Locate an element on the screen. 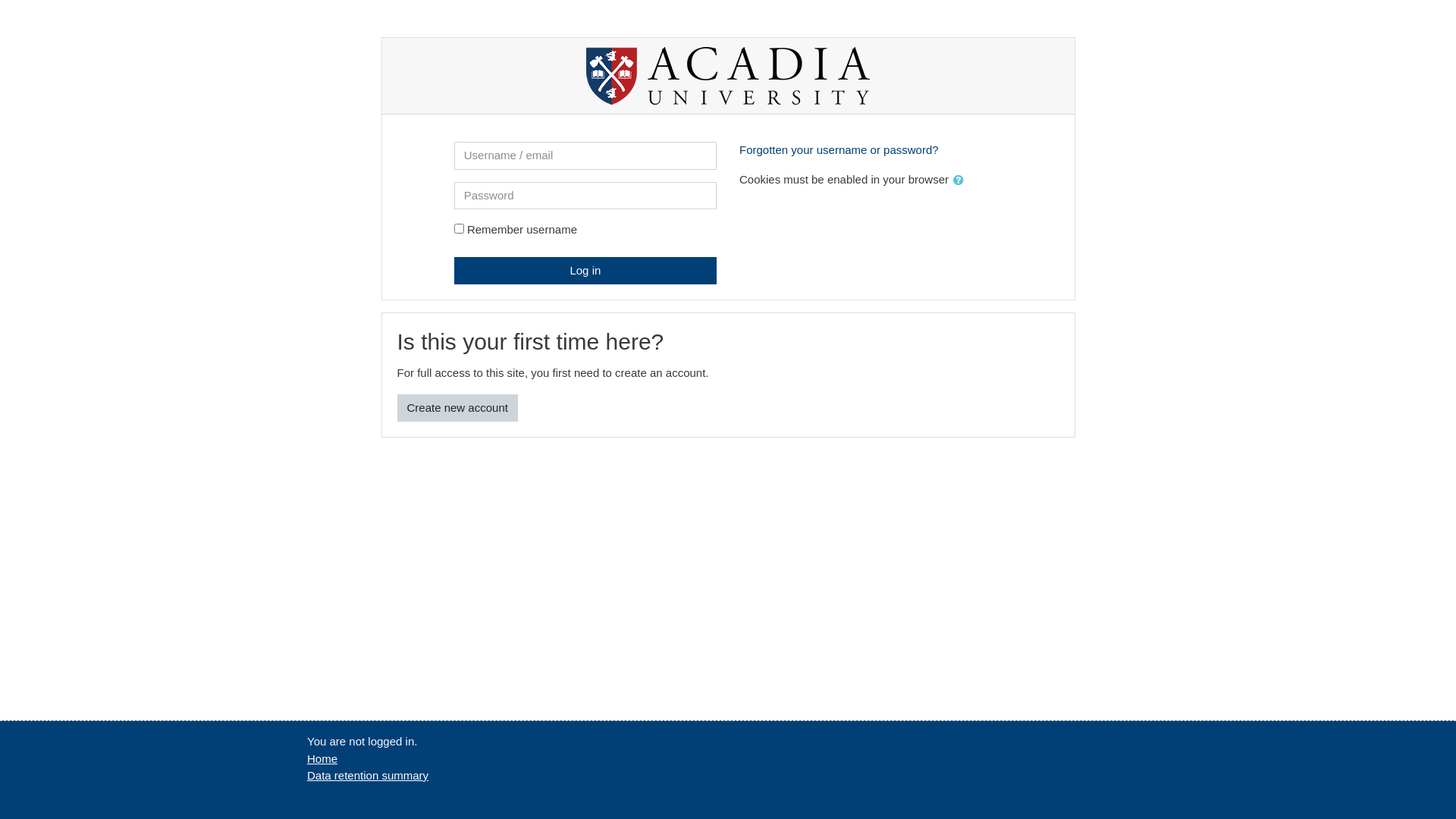 The height and width of the screenshot is (819, 1456). 'Home' is located at coordinates (322, 758).